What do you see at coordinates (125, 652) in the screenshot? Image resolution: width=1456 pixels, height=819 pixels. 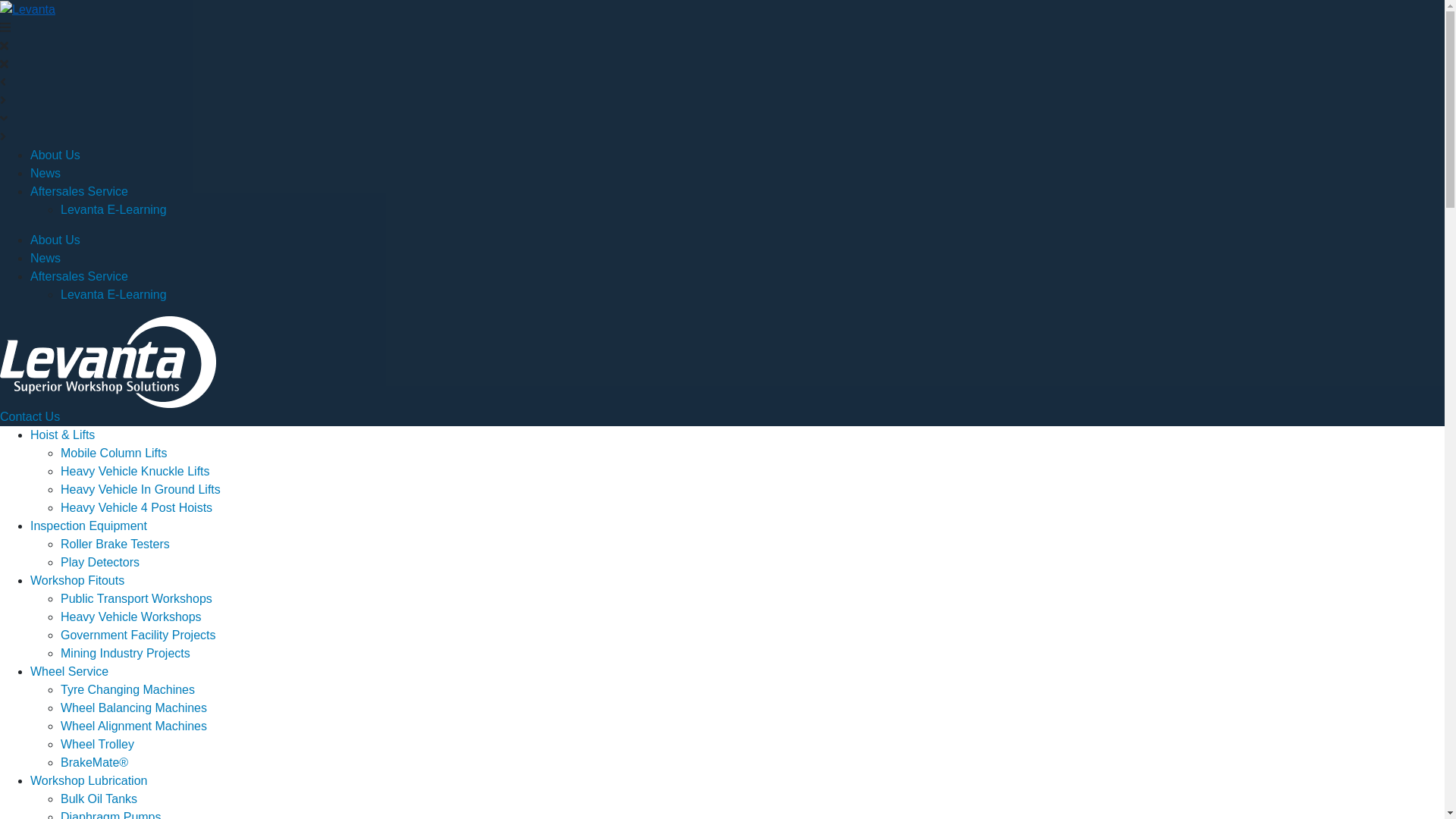 I see `'Mining Industry Projects'` at bounding box center [125, 652].